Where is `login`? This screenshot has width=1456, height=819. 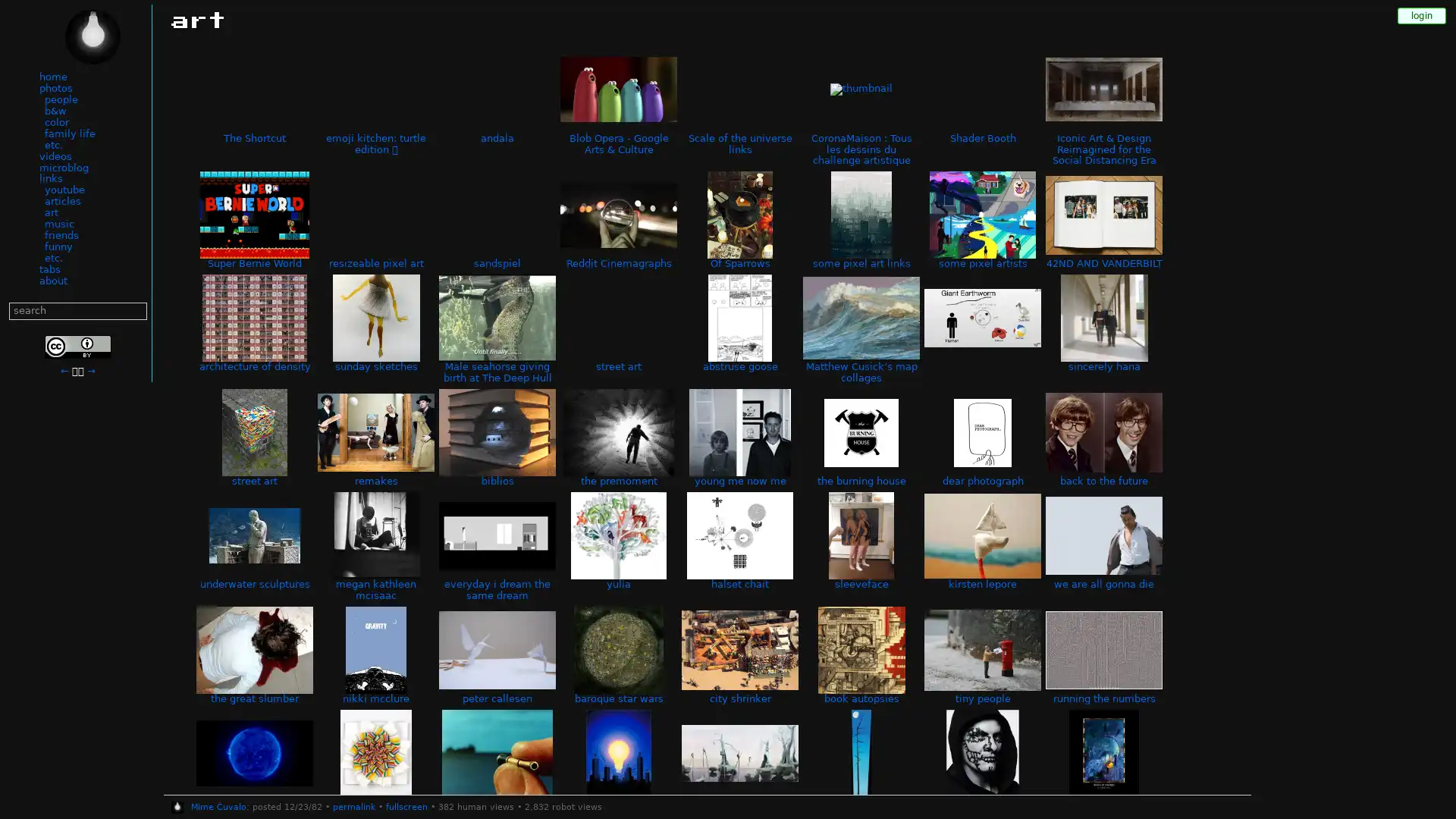 login is located at coordinates (1421, 15).